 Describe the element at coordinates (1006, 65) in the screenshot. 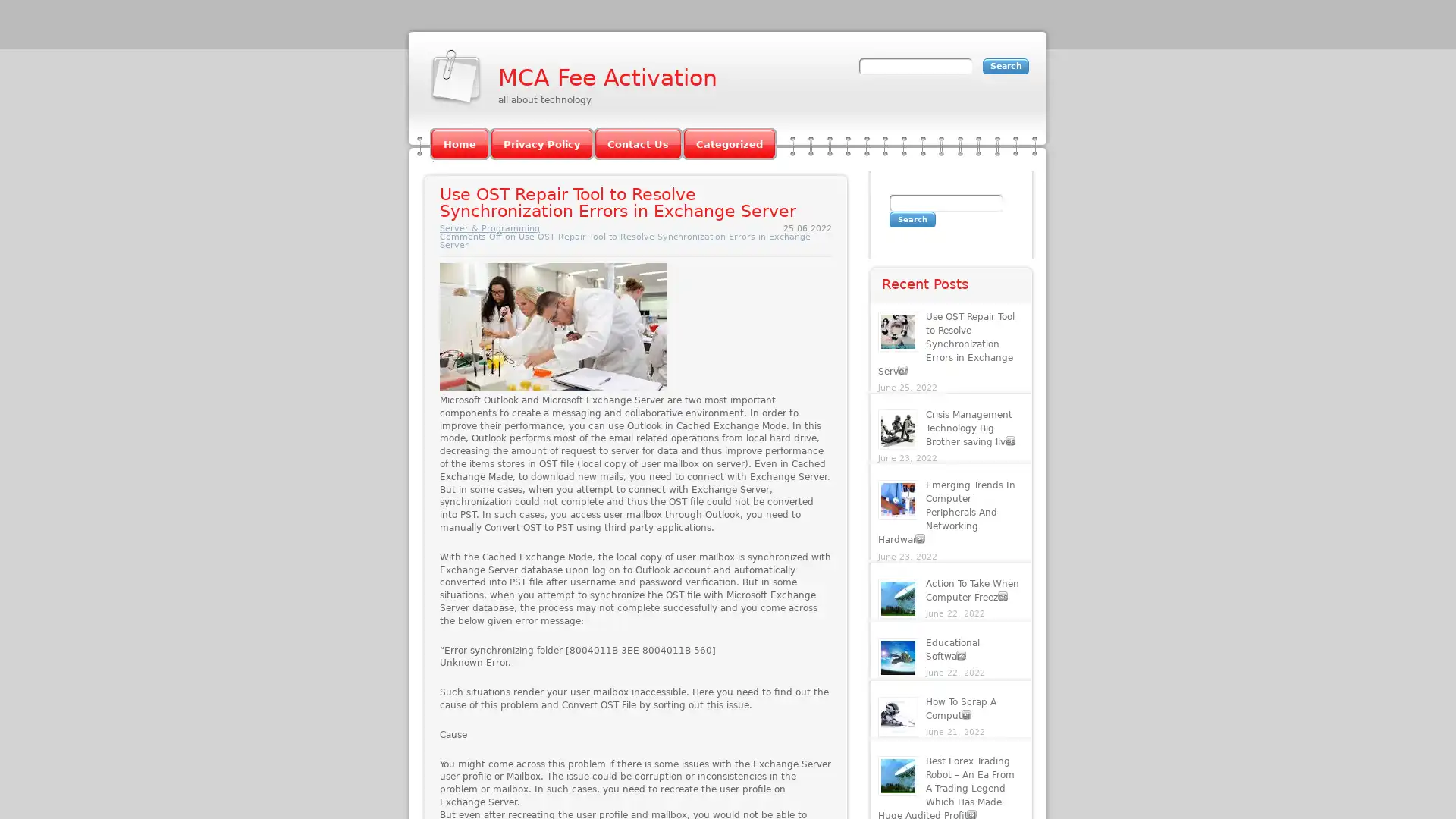

I see `Search` at that location.